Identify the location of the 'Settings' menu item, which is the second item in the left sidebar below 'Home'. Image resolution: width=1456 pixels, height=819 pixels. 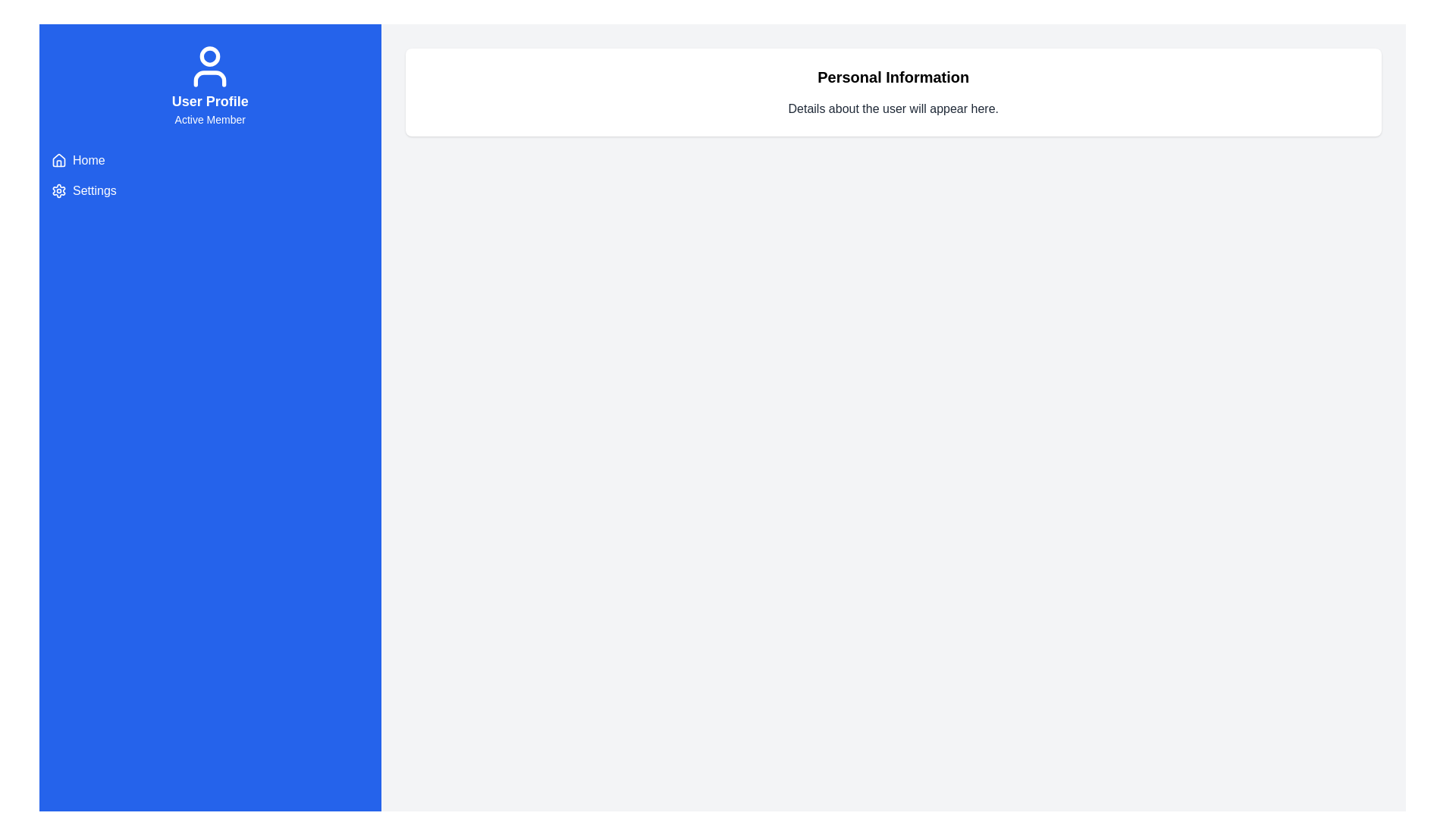
(209, 190).